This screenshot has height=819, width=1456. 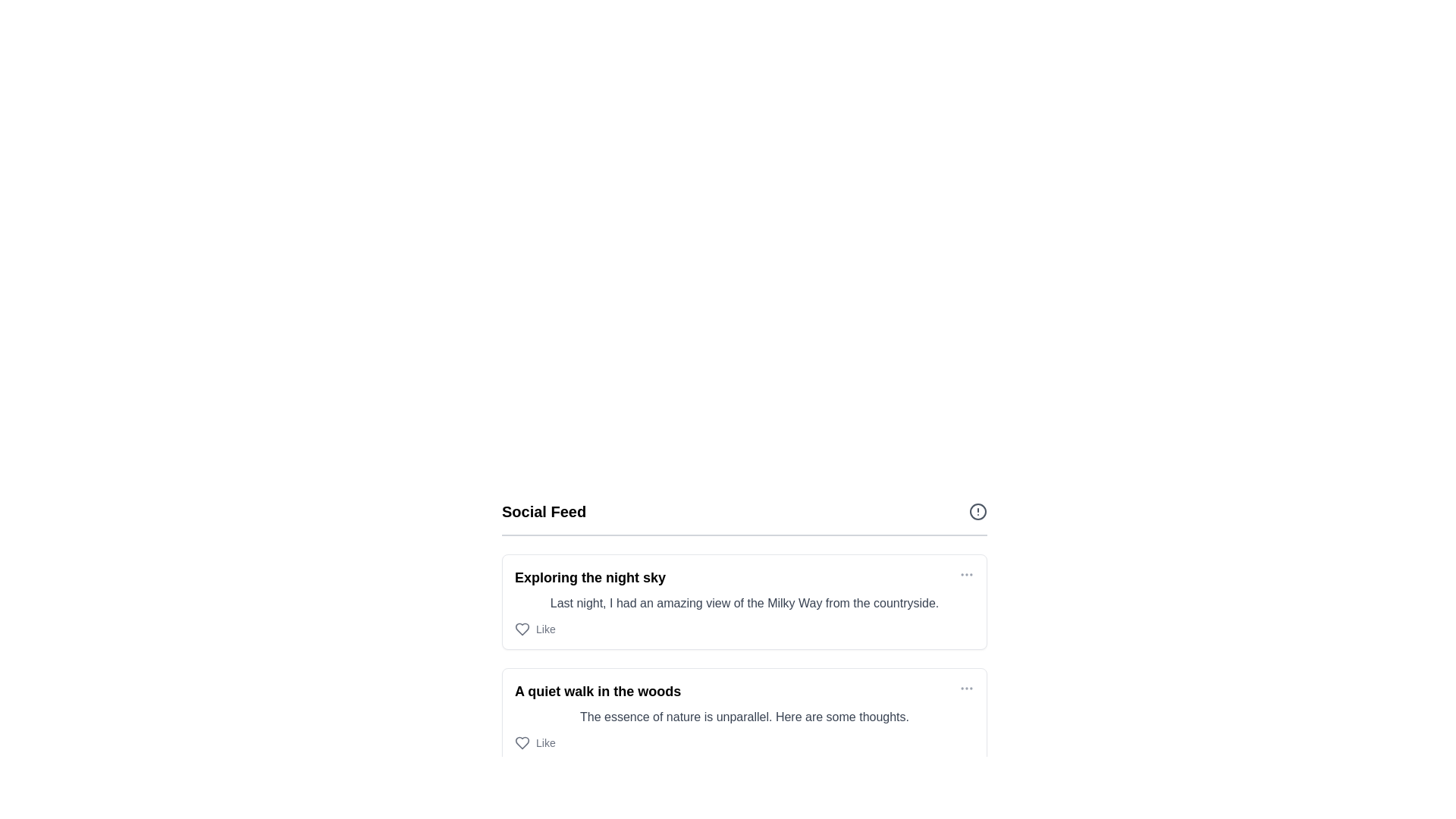 I want to click on the Icon button located at the far right of the 'A quiet walk in the woods' section, so click(x=966, y=688).